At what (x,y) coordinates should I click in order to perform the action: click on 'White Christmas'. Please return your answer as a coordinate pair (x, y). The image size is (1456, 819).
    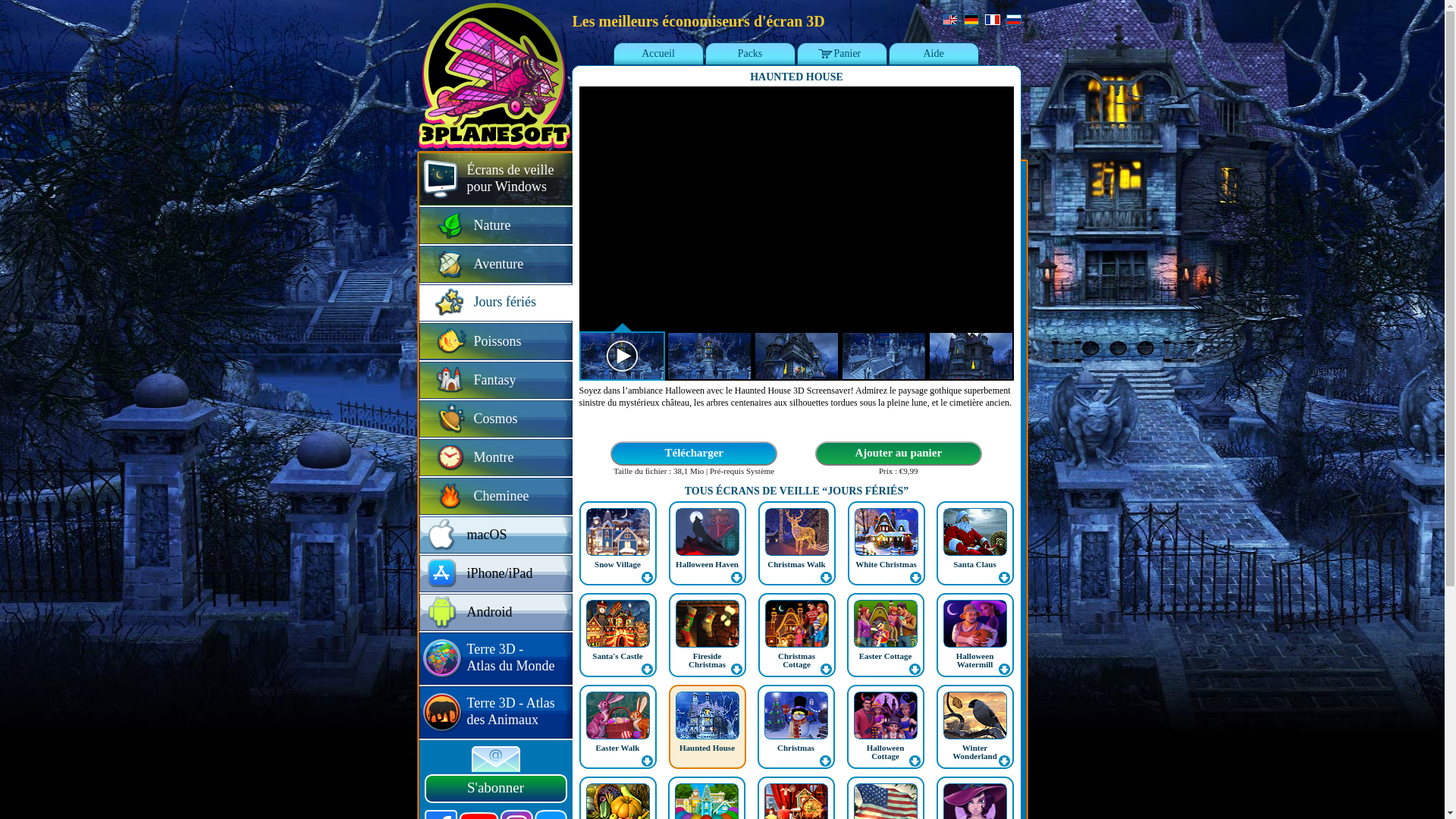
    Looking at the image, I should click on (886, 542).